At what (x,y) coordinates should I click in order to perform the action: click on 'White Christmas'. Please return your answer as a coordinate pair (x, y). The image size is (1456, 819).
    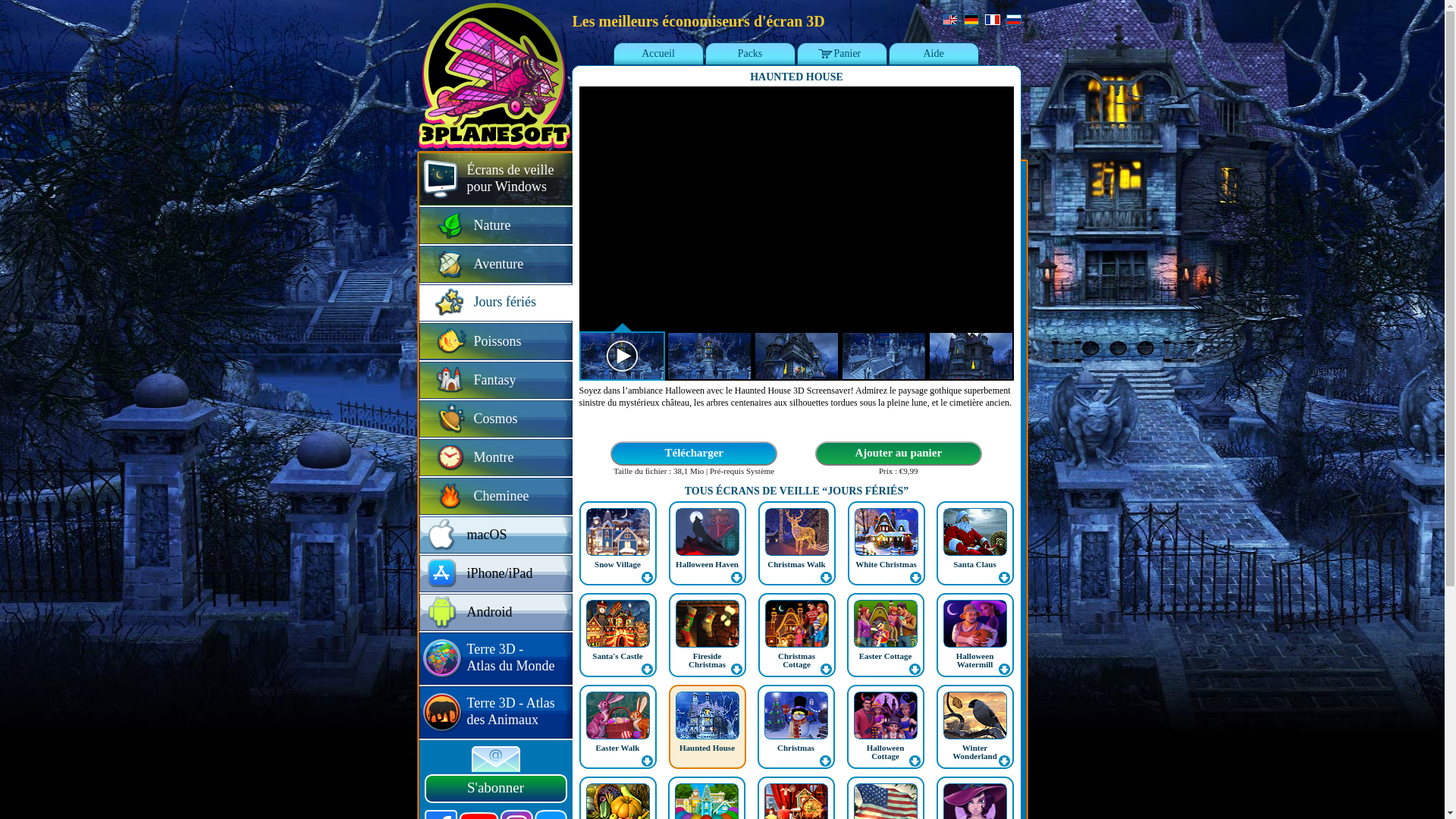
    Looking at the image, I should click on (886, 542).